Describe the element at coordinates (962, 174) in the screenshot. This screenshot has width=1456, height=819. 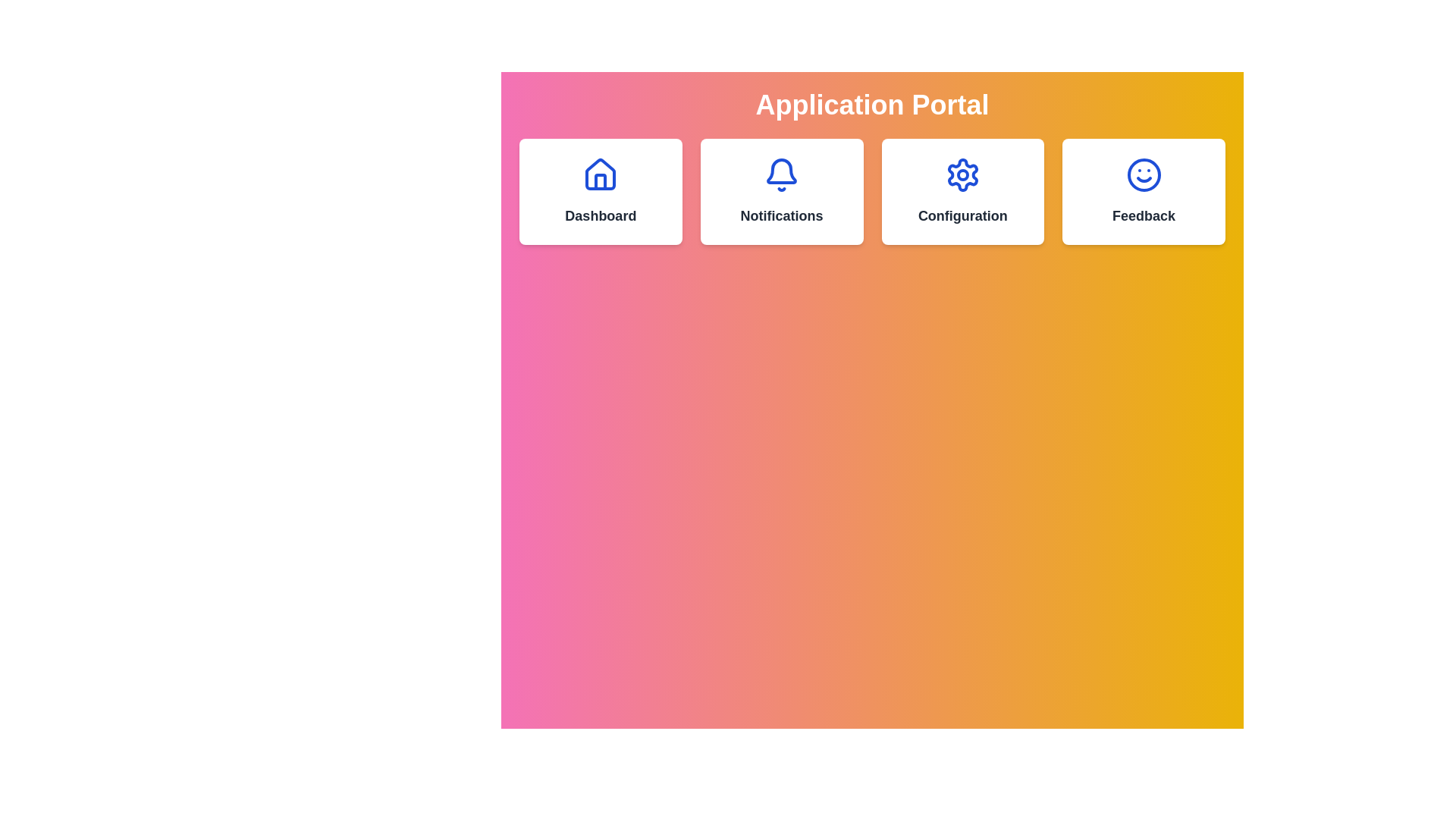
I see `the decorative graphical circle located at the center of the gear icon within the 'Application Portal' section` at that location.